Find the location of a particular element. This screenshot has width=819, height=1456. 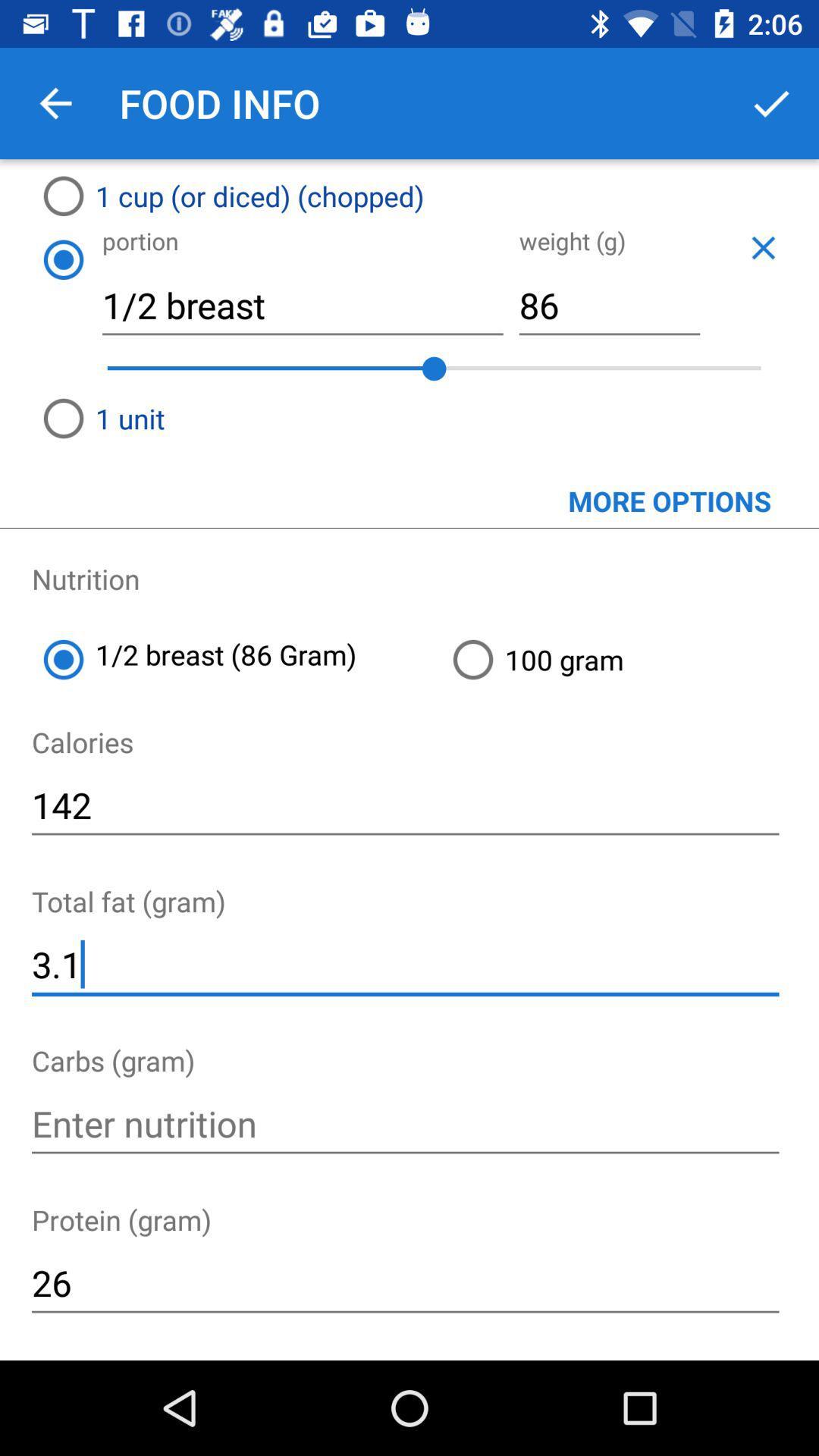

100 gram is located at coordinates (629, 659).